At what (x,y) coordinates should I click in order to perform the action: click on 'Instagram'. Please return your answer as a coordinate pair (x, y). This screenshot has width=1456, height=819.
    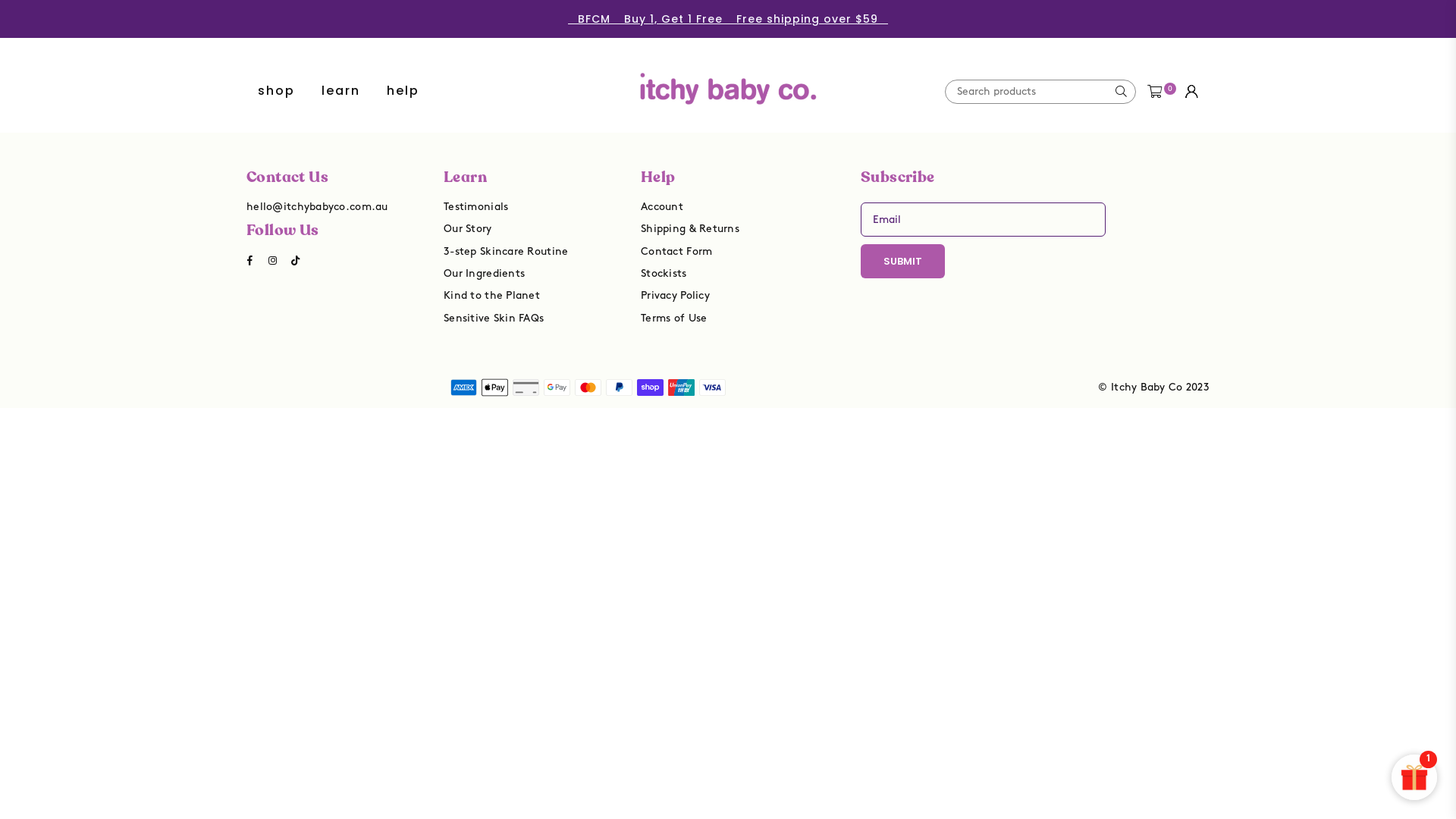
    Looking at the image, I should click on (273, 259).